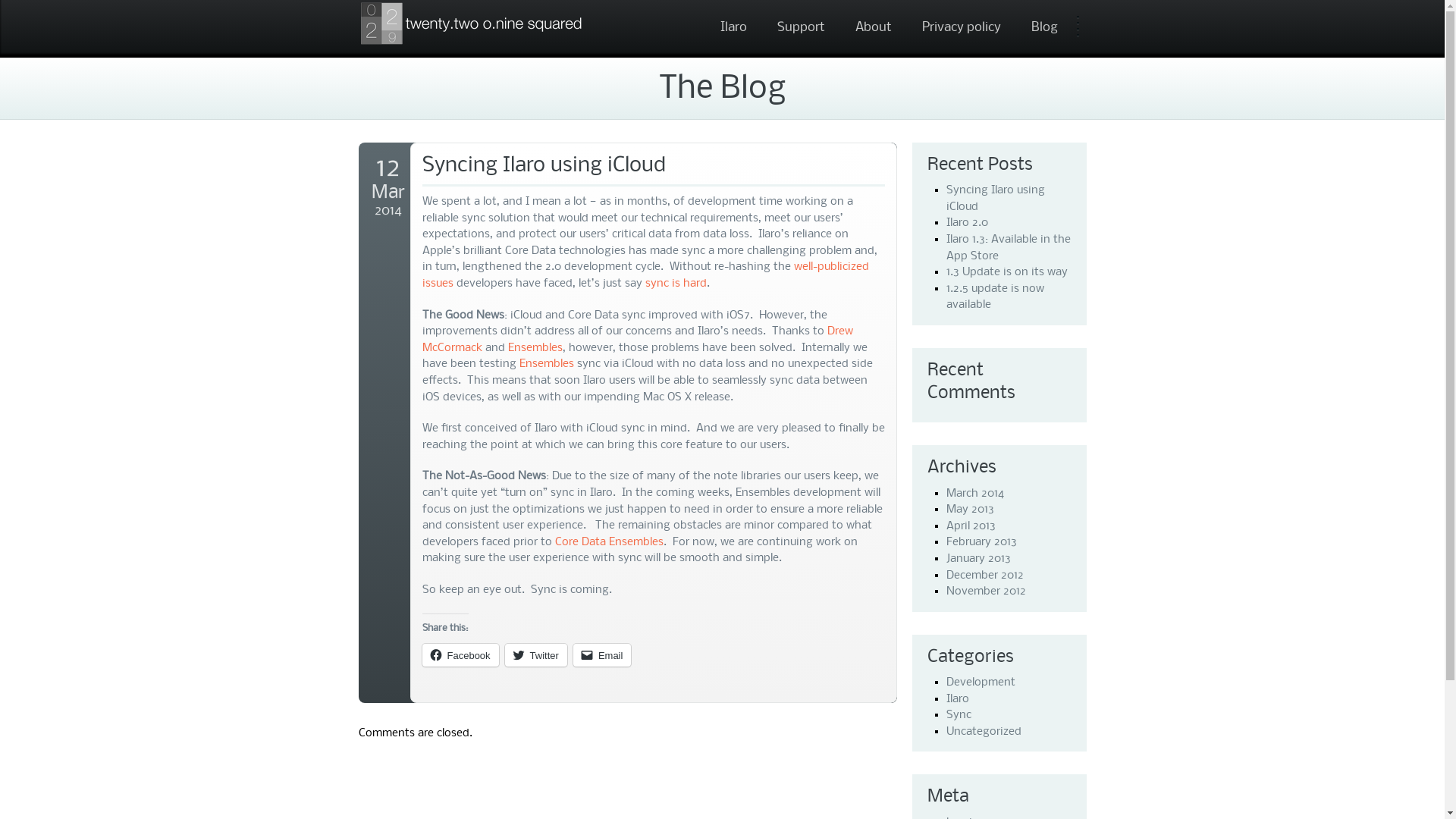 The width and height of the screenshot is (1456, 819). What do you see at coordinates (535, 348) in the screenshot?
I see `'Ensembles'` at bounding box center [535, 348].